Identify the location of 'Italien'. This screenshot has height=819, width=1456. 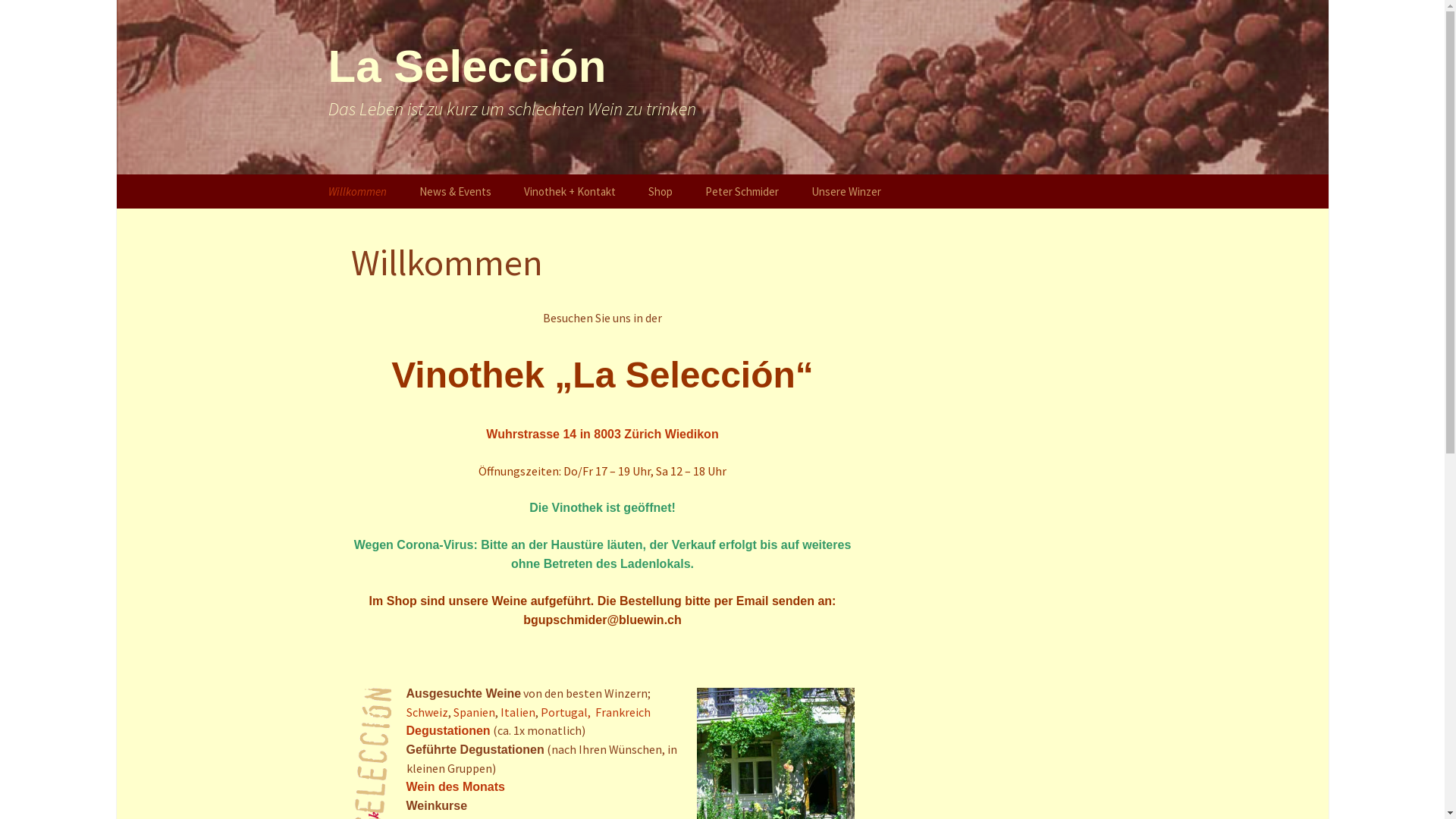
(517, 711).